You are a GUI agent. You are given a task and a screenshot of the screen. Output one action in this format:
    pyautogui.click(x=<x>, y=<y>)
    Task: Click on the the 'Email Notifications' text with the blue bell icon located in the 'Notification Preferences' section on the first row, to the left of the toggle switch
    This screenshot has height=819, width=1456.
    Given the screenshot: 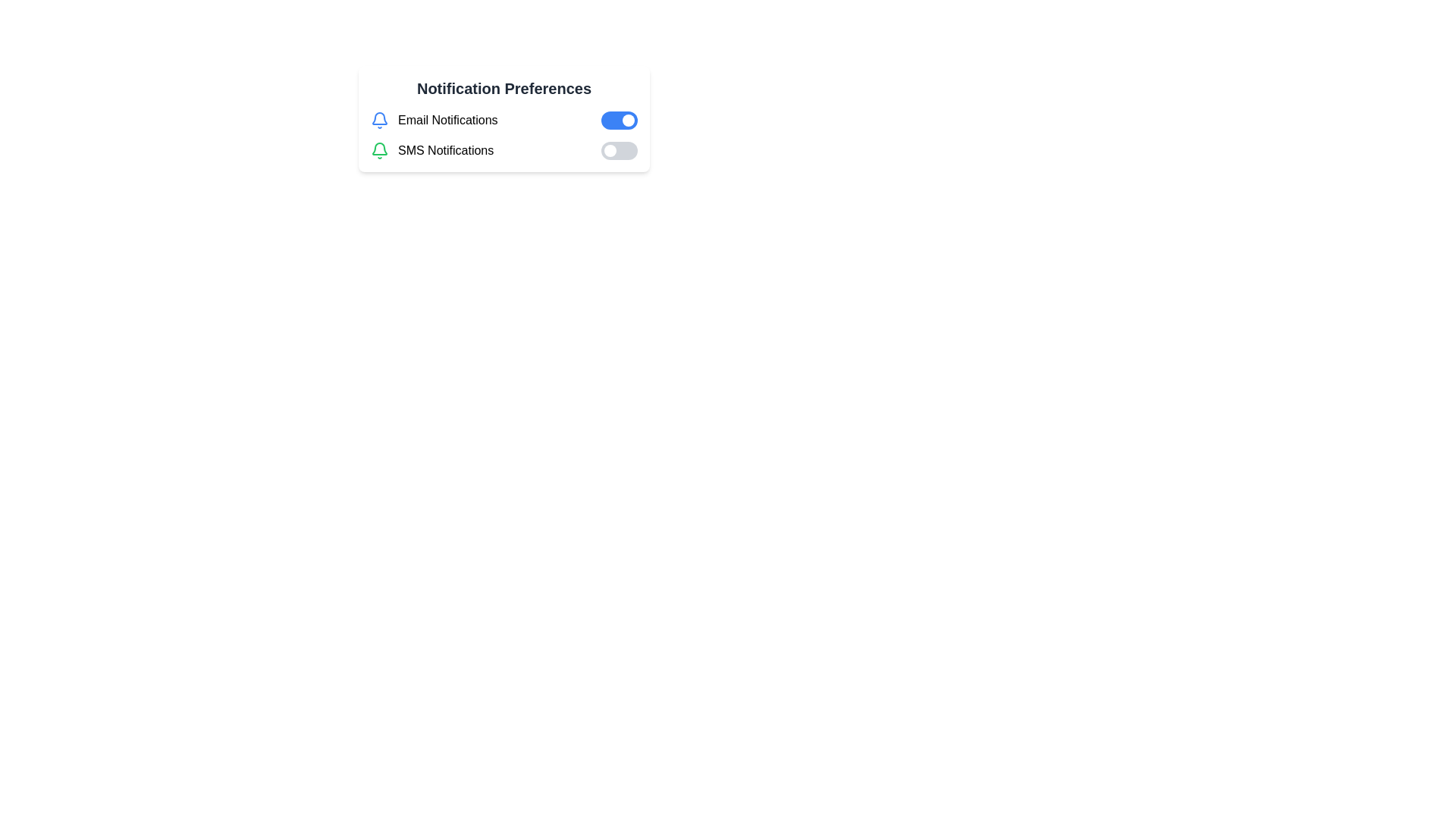 What is the action you would take?
    pyautogui.click(x=433, y=119)
    